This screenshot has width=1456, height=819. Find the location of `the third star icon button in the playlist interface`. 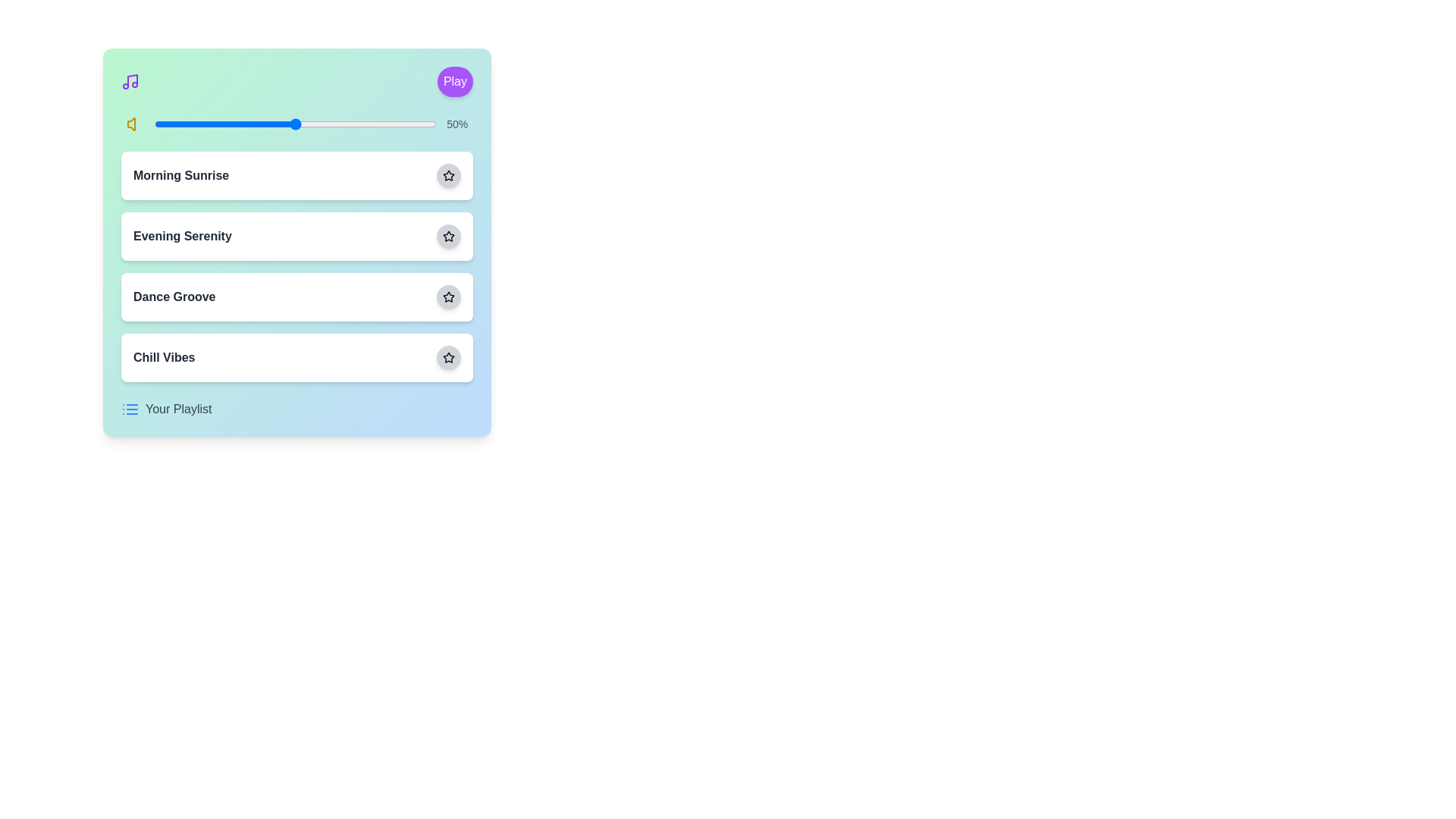

the third star icon button in the playlist interface is located at coordinates (447, 297).